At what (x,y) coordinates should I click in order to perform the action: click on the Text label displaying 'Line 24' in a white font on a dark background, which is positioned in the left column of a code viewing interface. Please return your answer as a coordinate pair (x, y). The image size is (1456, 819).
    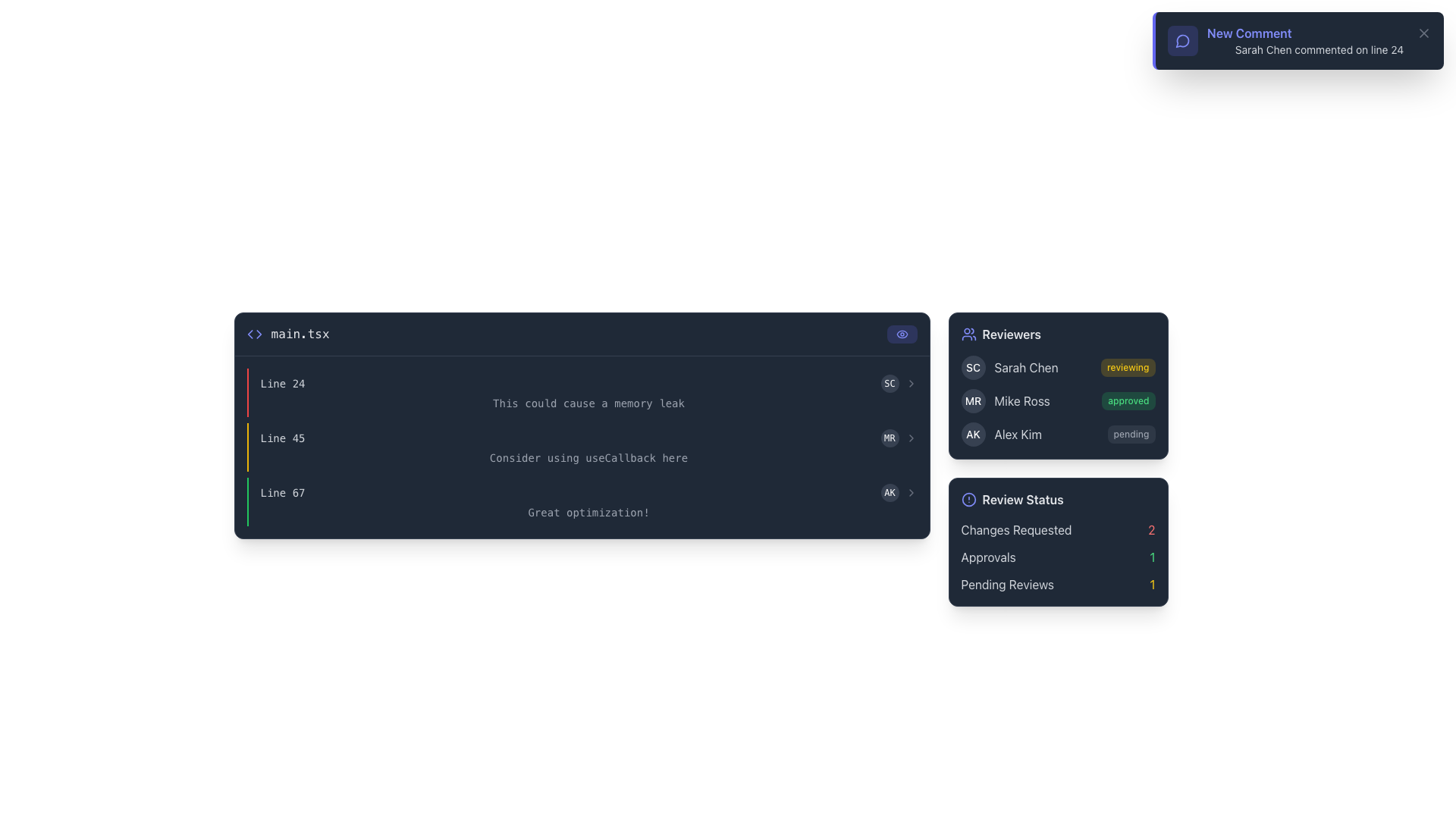
    Looking at the image, I should click on (283, 382).